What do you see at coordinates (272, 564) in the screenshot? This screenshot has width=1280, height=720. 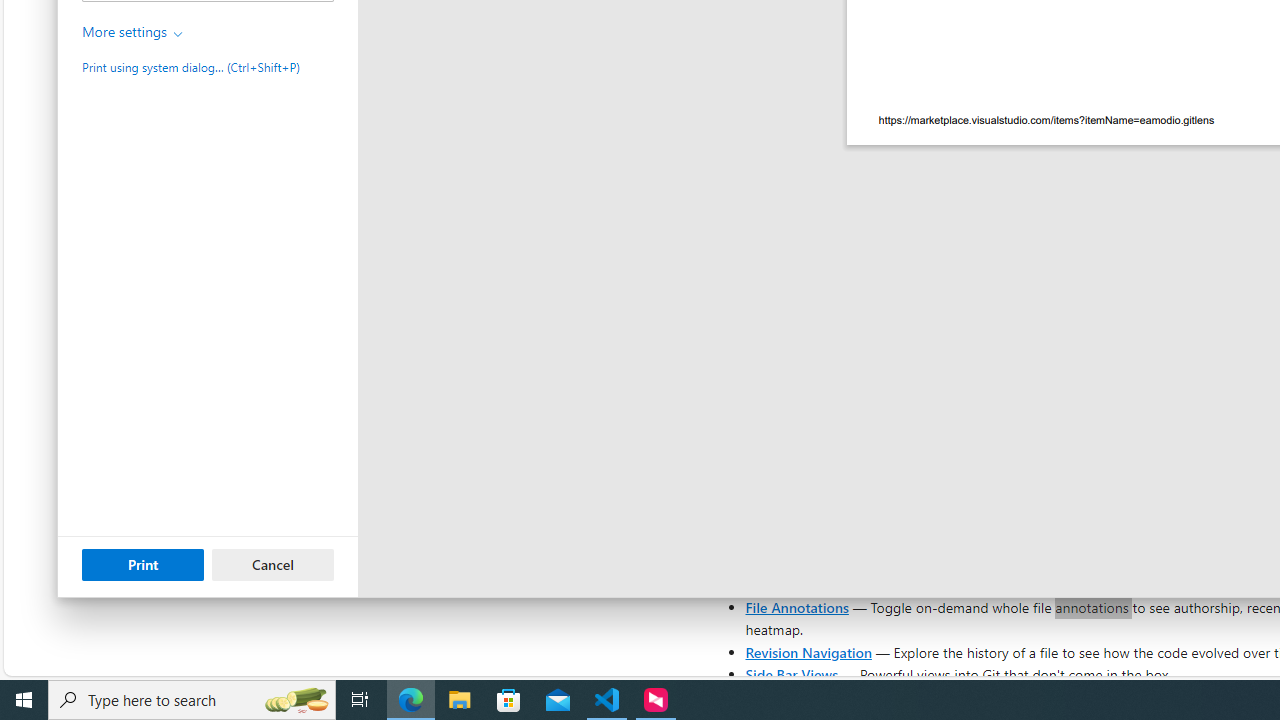 I see `'Cancel'` at bounding box center [272, 564].